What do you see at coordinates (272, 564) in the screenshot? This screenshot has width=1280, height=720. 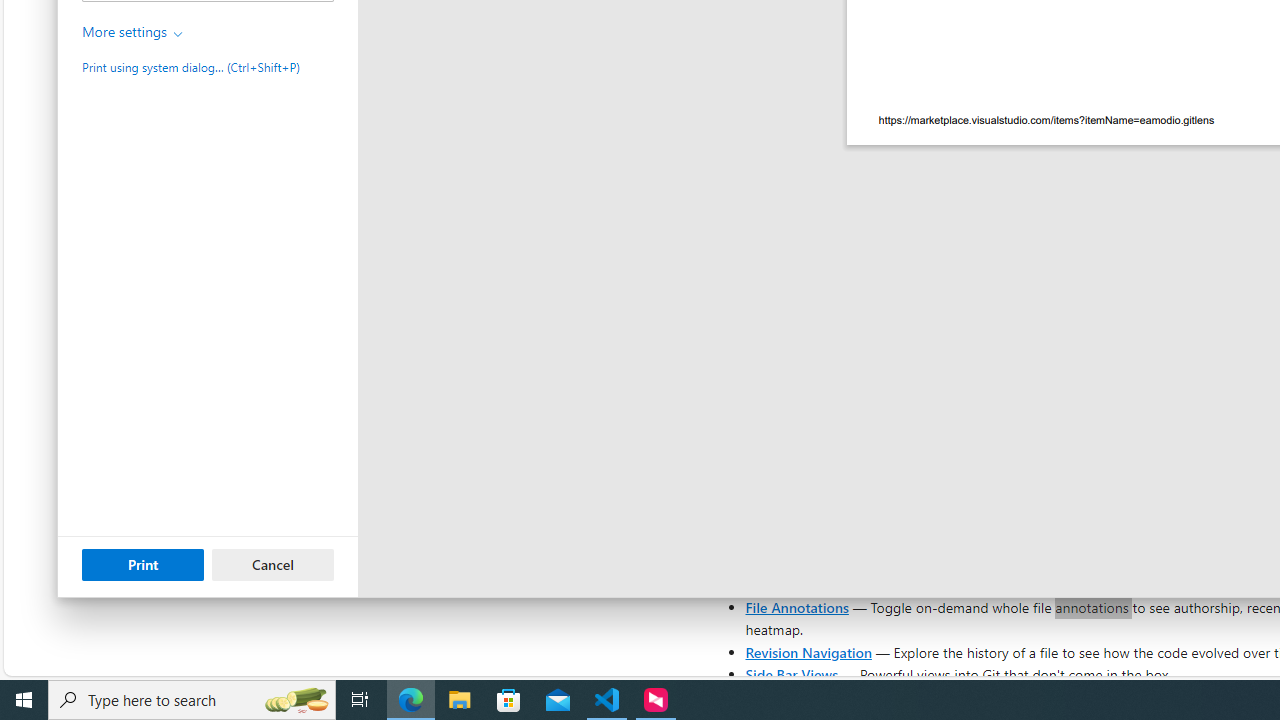 I see `'Cancel'` at bounding box center [272, 564].